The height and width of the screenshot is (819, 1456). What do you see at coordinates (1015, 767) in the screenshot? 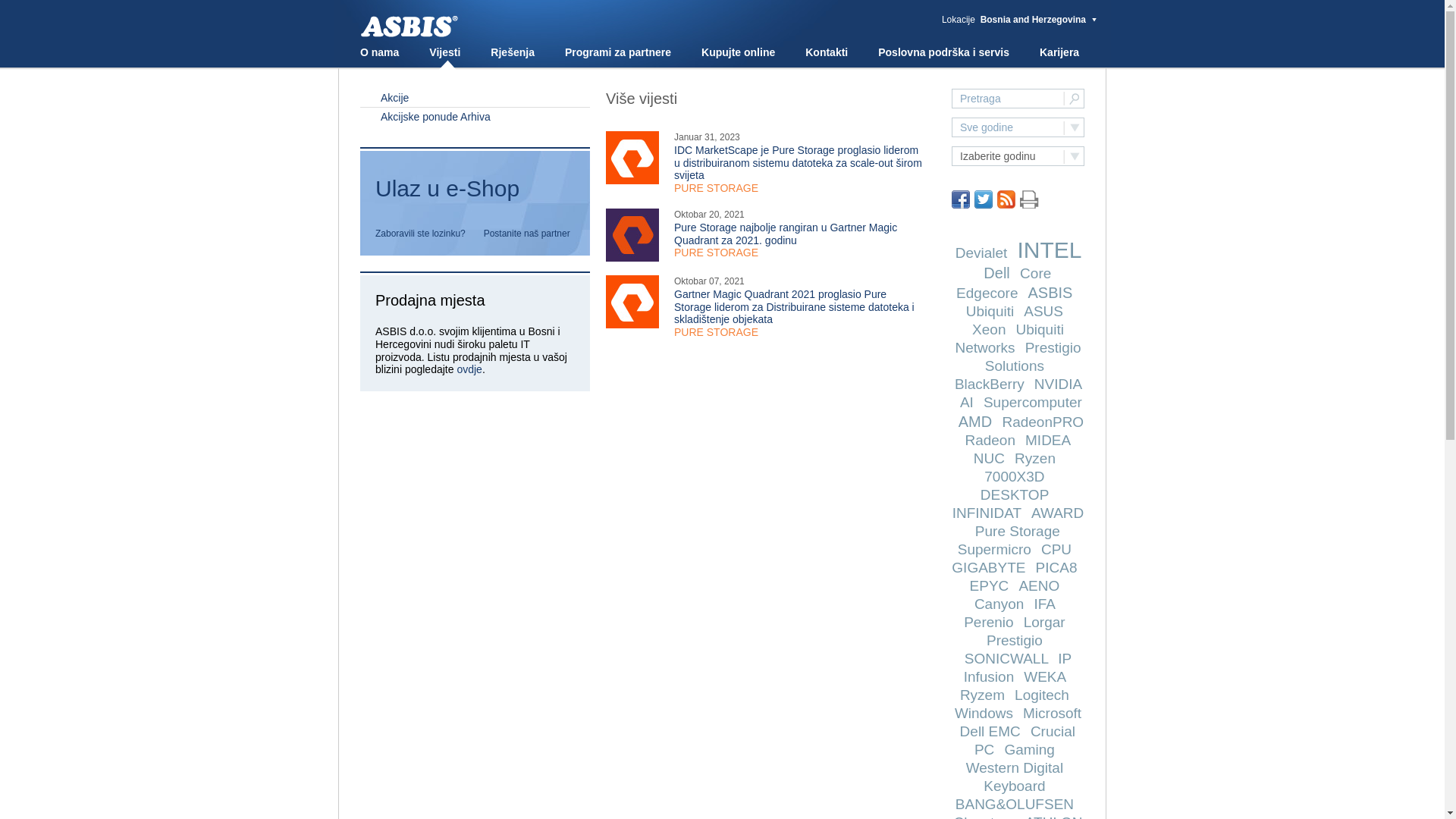
I see `'Western Digital'` at bounding box center [1015, 767].